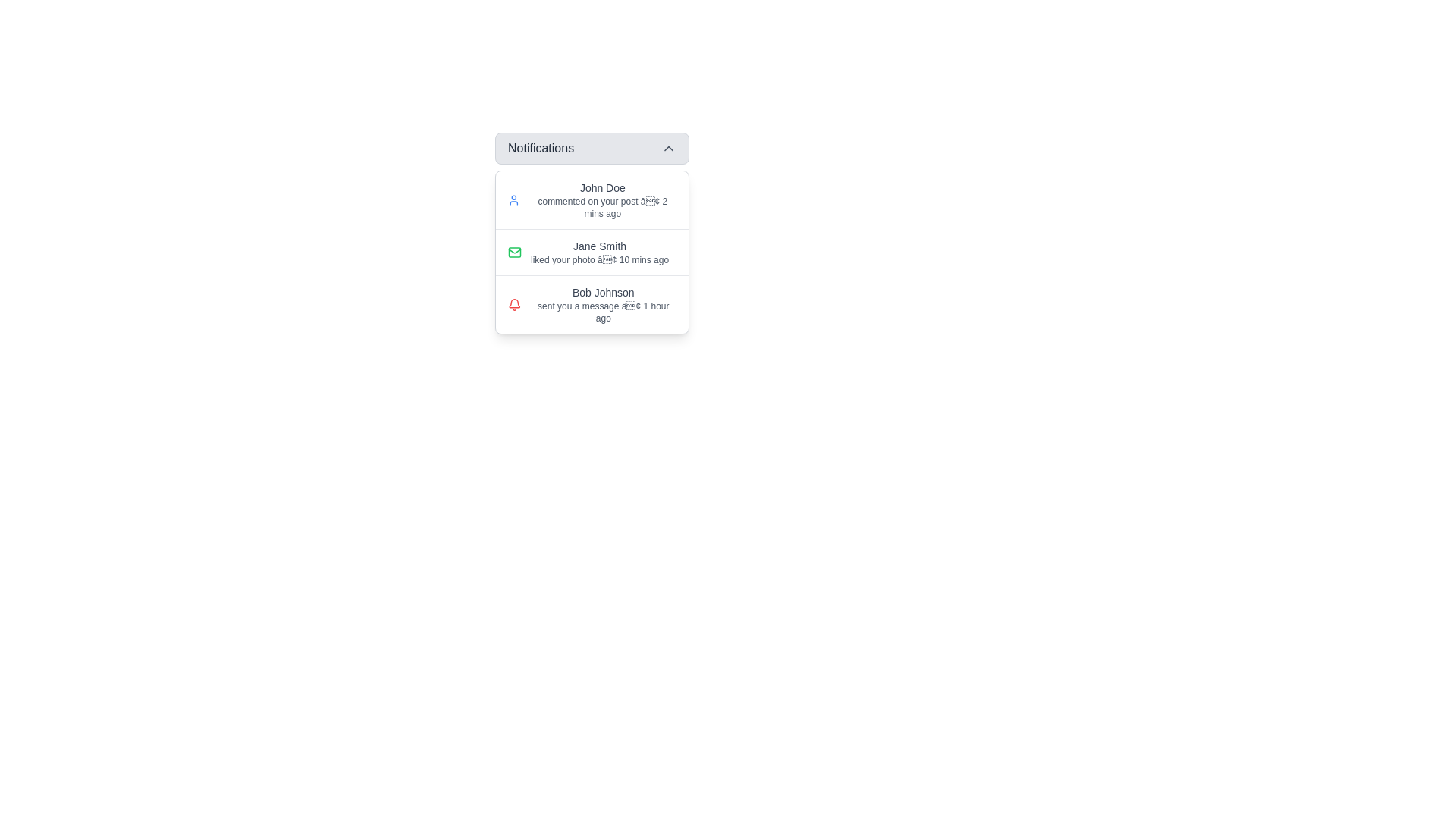 Image resolution: width=1456 pixels, height=819 pixels. I want to click on the 'Notifications' label, which is styled in bold dark gray font and located in the upper section of the notification drop-down panel, so click(541, 149).